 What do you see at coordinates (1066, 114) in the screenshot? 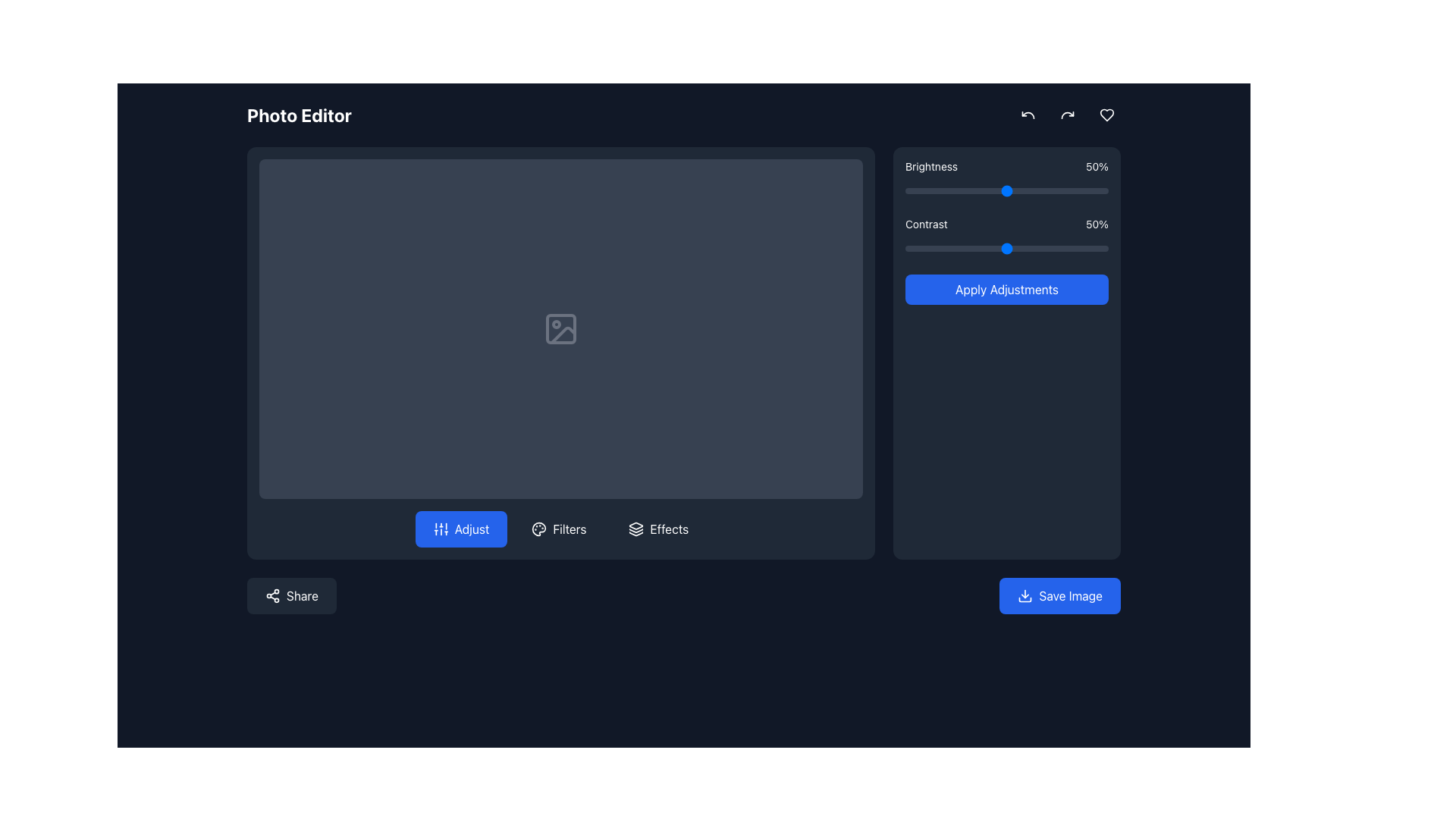
I see `the second circular button in the top-right corner that features a right-pointing arrow to change its background color` at bounding box center [1066, 114].